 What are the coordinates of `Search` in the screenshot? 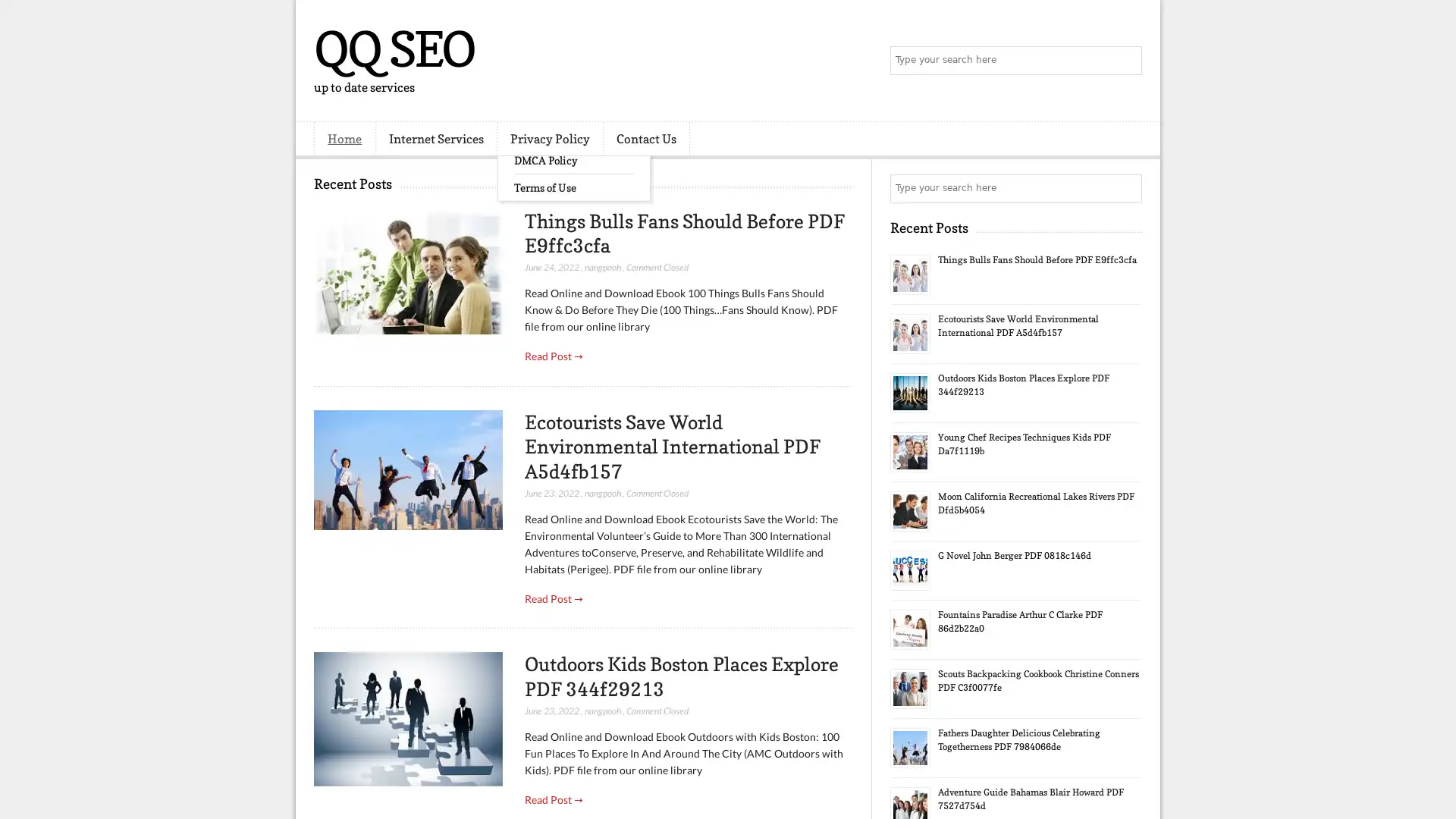 It's located at (1126, 61).